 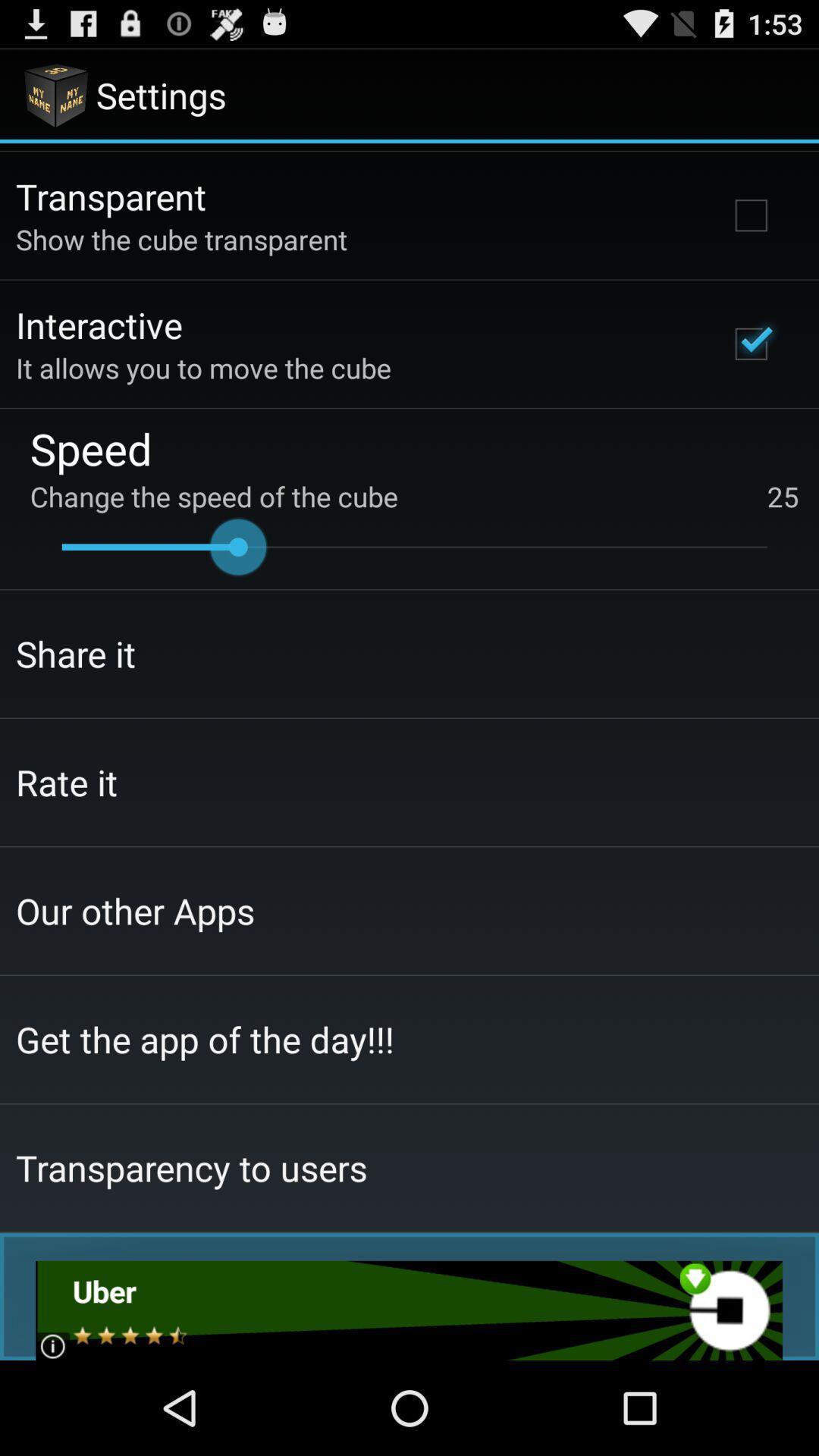 I want to click on uber app information, so click(x=408, y=1310).